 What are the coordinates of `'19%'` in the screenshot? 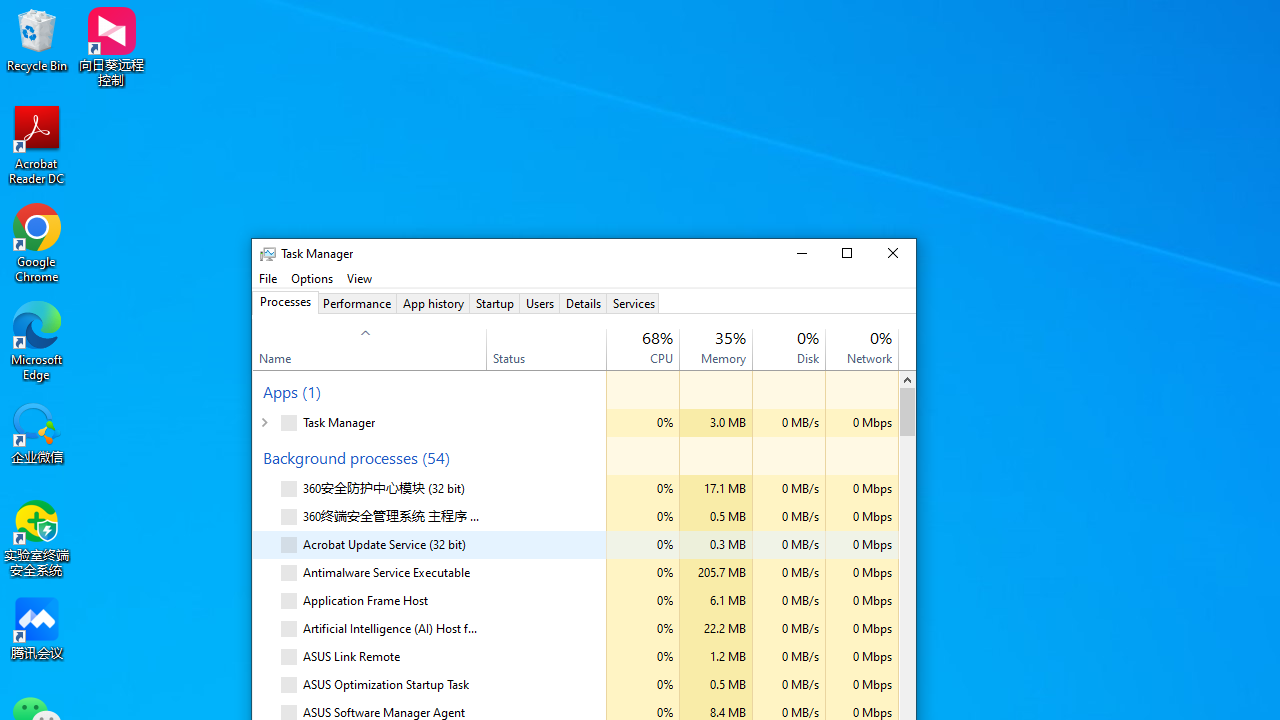 It's located at (657, 336).